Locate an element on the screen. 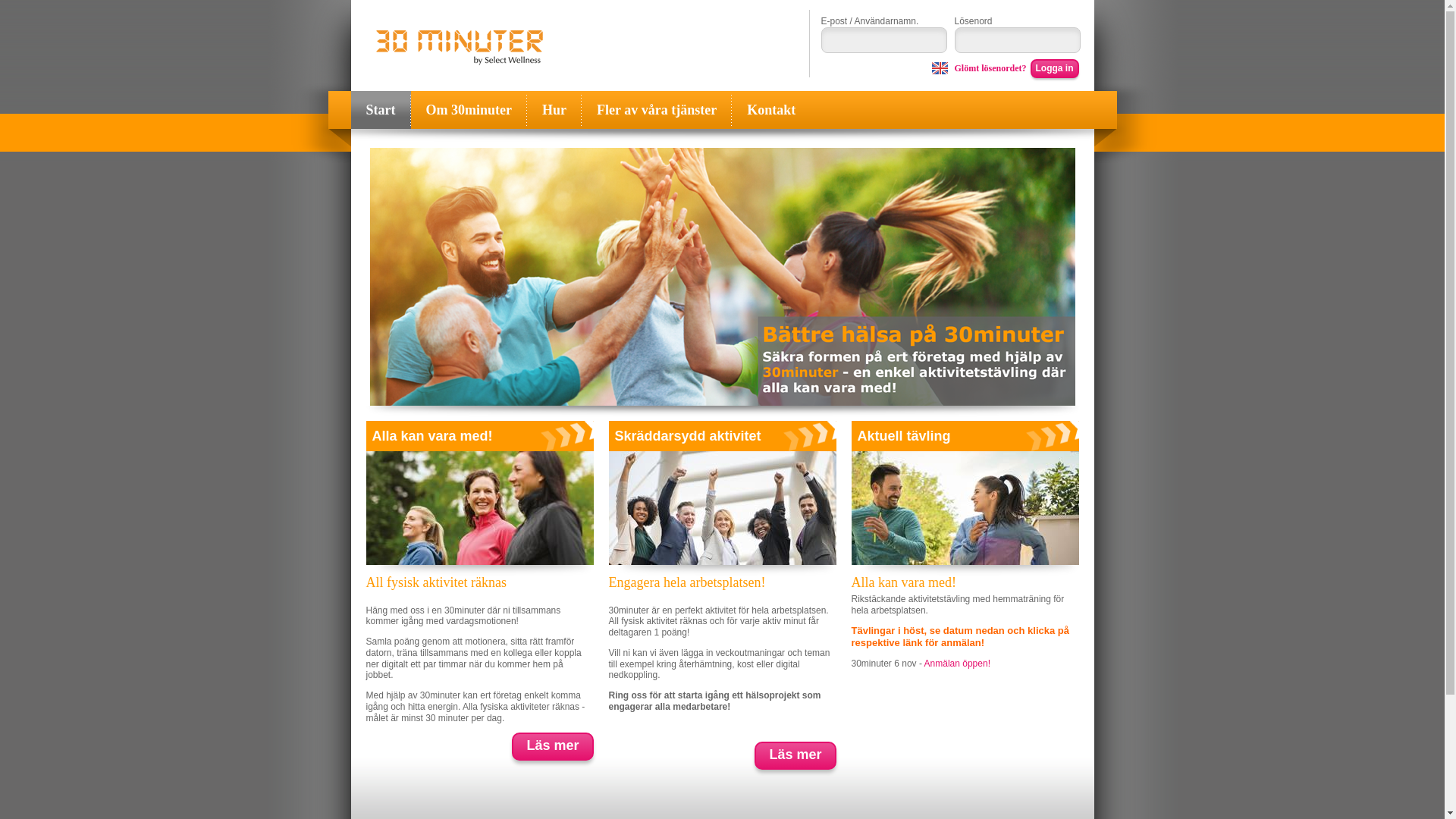 This screenshot has width=1456, height=819. 'Change language' is located at coordinates (930, 66).